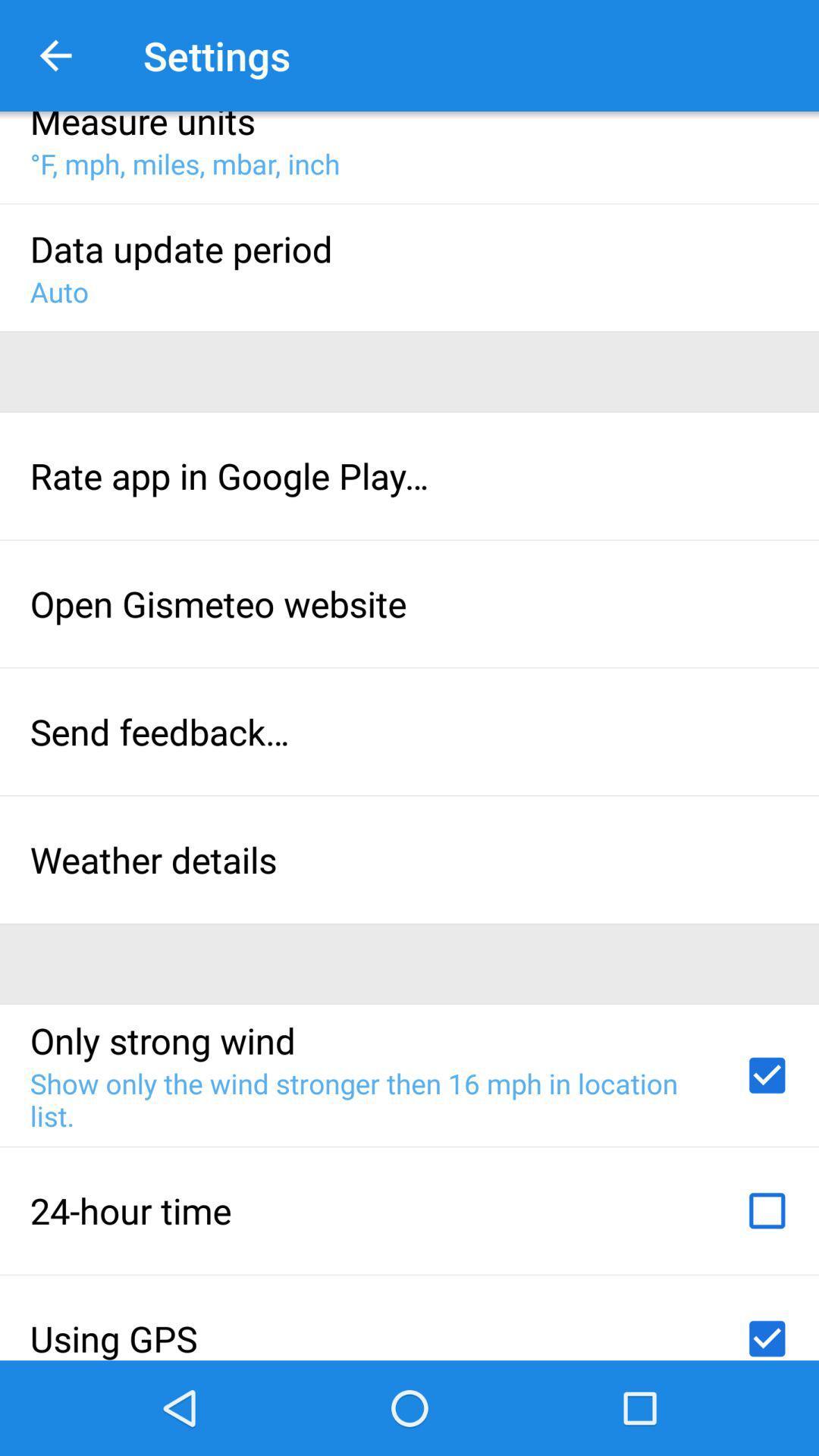 This screenshot has width=819, height=1456. What do you see at coordinates (767, 1210) in the screenshot?
I see `the last 2nd icon` at bounding box center [767, 1210].